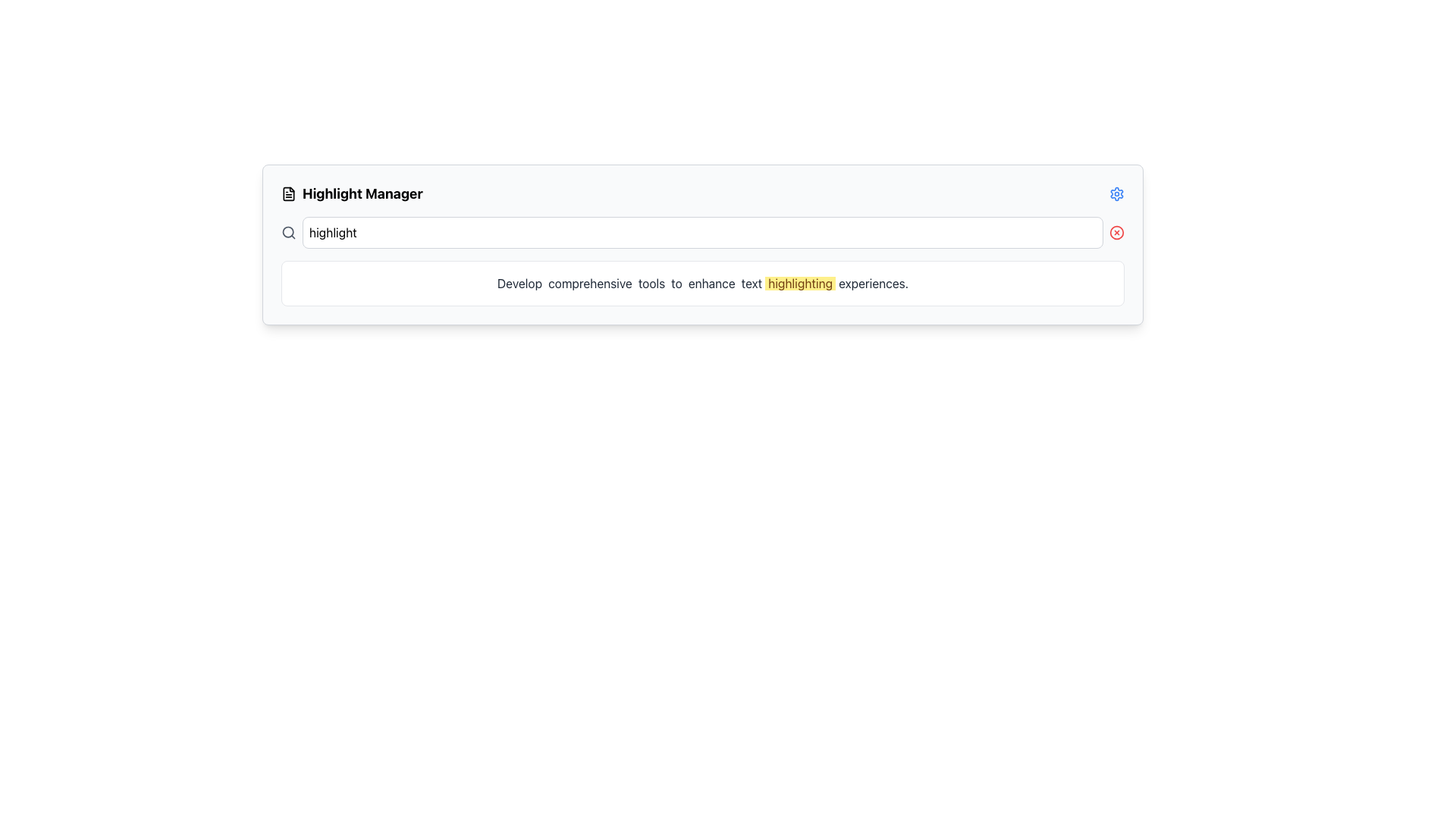 The width and height of the screenshot is (1456, 819). I want to click on the gear-shaped icon located, so click(1117, 193).